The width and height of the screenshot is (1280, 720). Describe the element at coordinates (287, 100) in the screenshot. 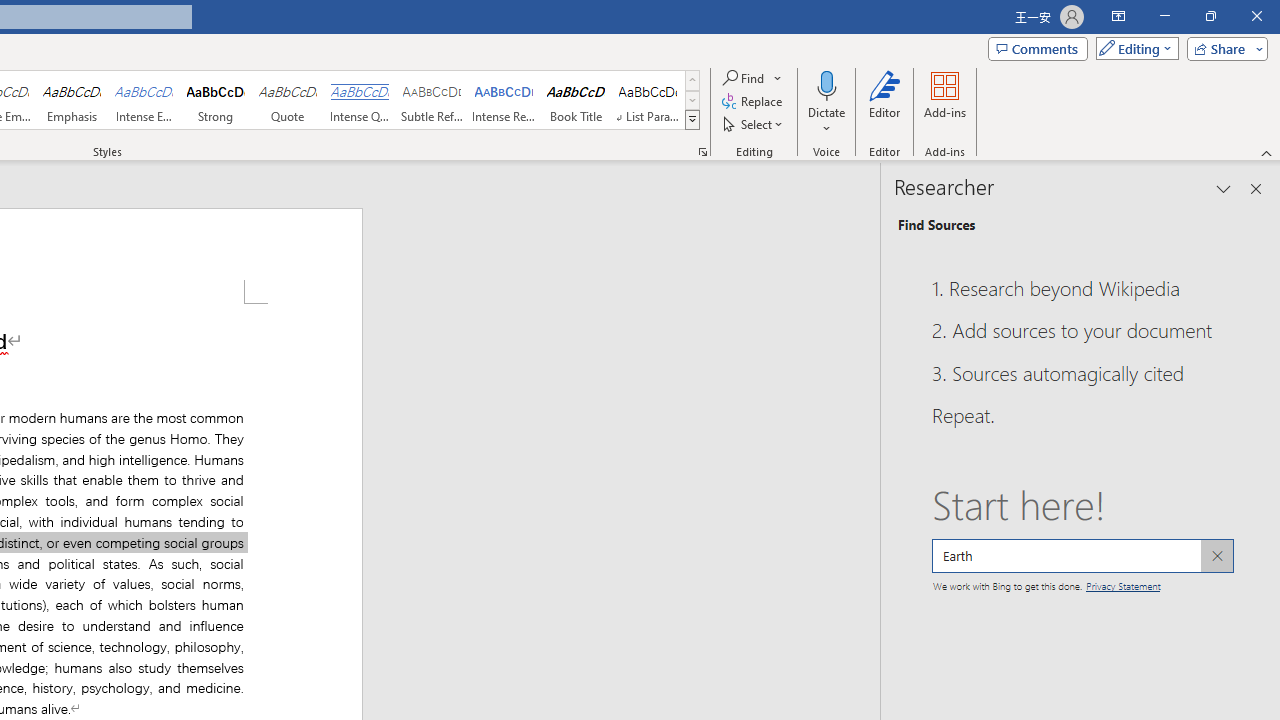

I see `'Quote'` at that location.